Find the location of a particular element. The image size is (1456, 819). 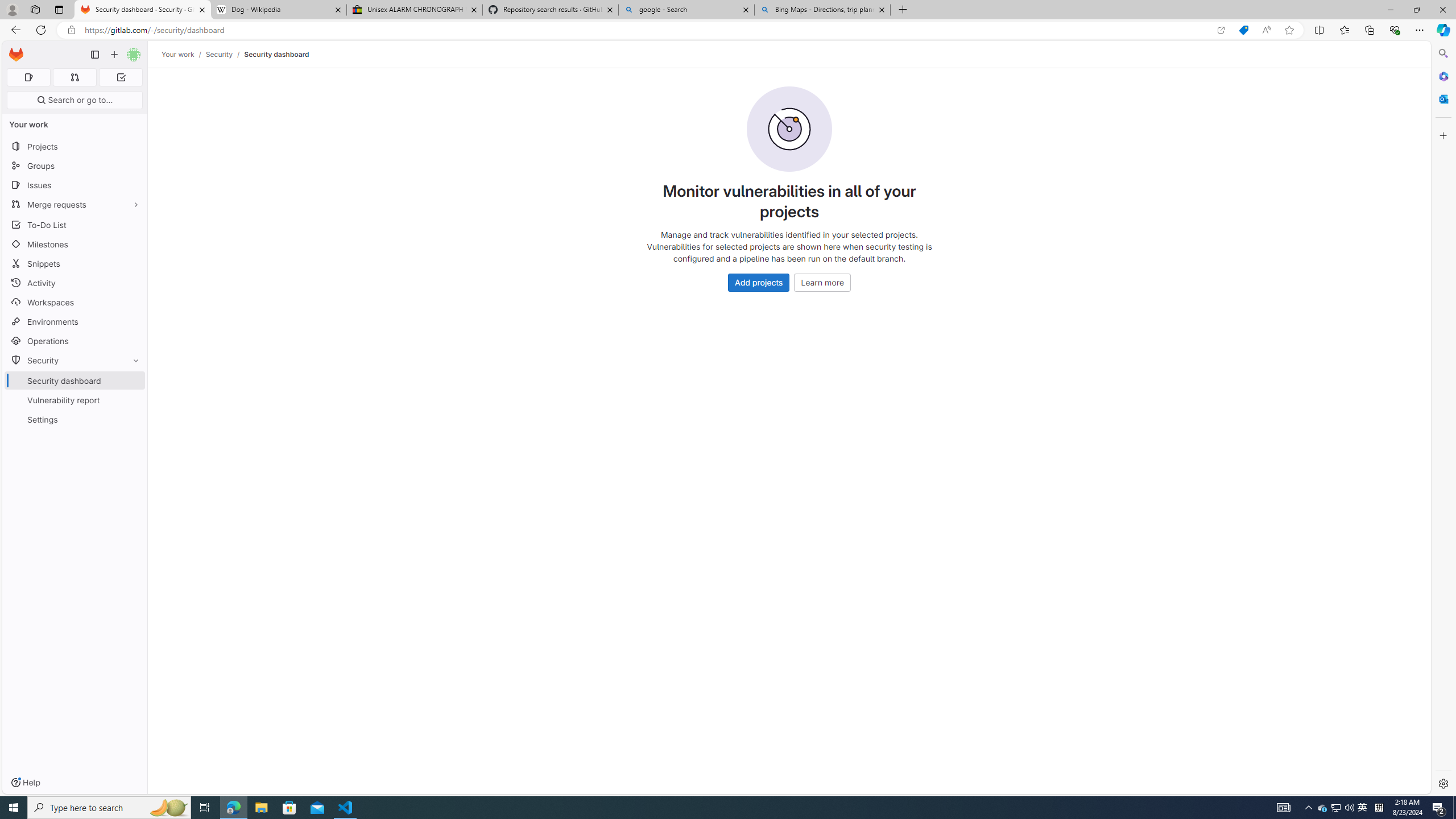

'SecuritySecurity dashboardVulnerability reportSettings' is located at coordinates (74, 390).